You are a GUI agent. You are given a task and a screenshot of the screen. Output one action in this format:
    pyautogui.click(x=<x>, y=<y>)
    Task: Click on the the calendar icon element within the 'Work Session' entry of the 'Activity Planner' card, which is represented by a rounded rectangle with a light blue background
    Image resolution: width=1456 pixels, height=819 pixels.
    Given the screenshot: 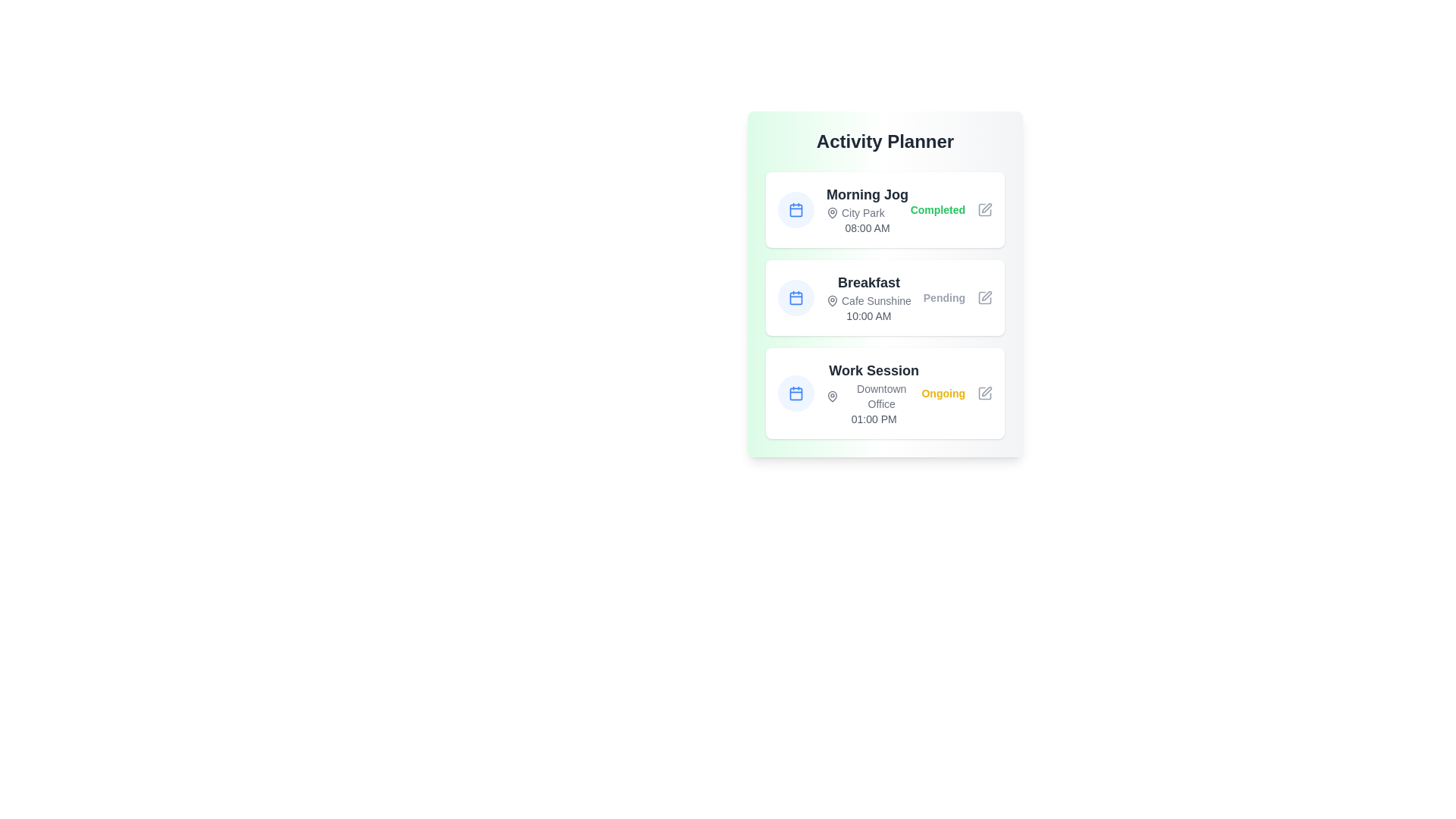 What is the action you would take?
    pyautogui.click(x=795, y=393)
    